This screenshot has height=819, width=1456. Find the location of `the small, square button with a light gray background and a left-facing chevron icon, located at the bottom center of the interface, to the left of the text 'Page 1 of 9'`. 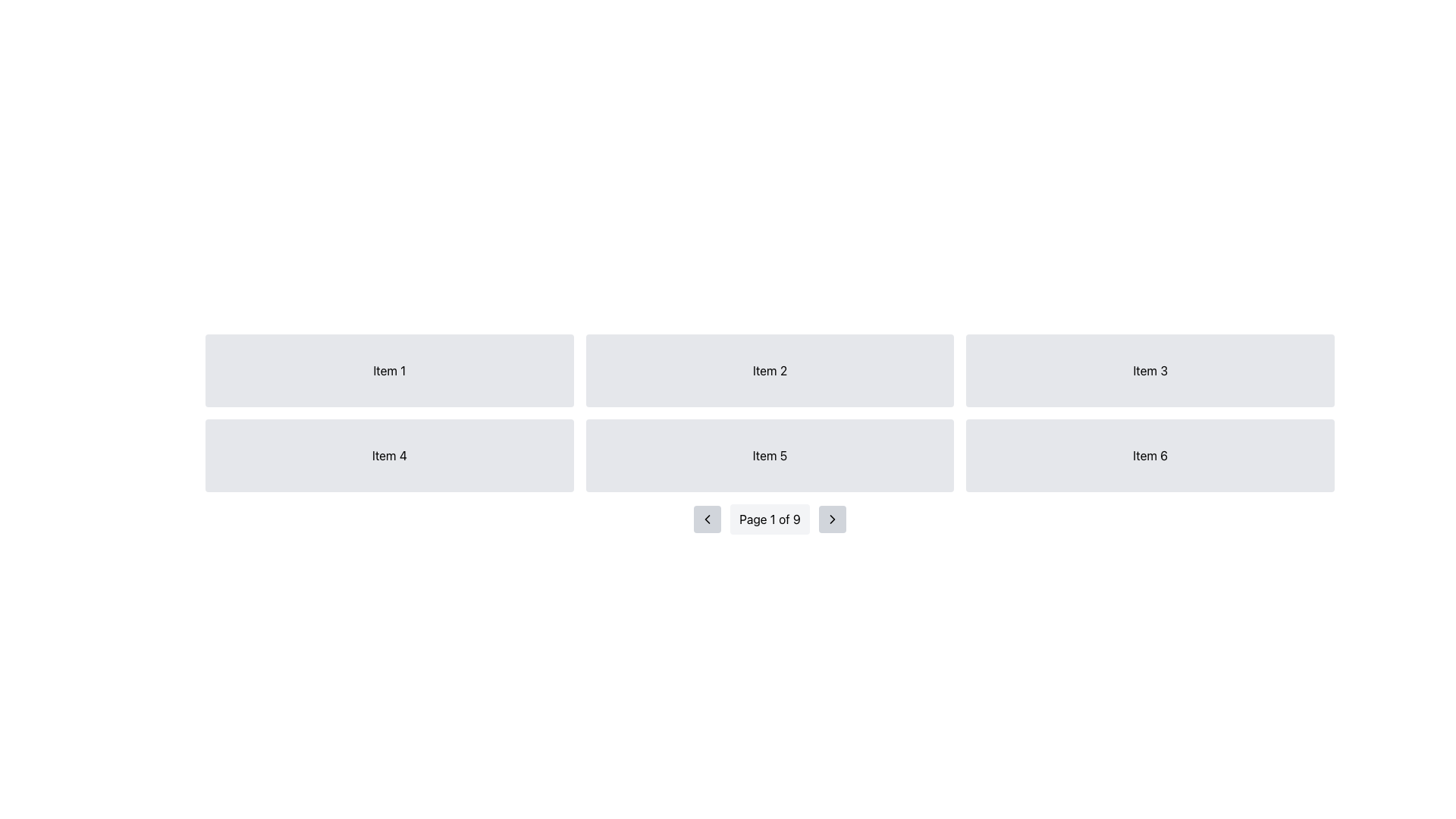

the small, square button with a light gray background and a left-facing chevron icon, located at the bottom center of the interface, to the left of the text 'Page 1 of 9' is located at coordinates (707, 519).